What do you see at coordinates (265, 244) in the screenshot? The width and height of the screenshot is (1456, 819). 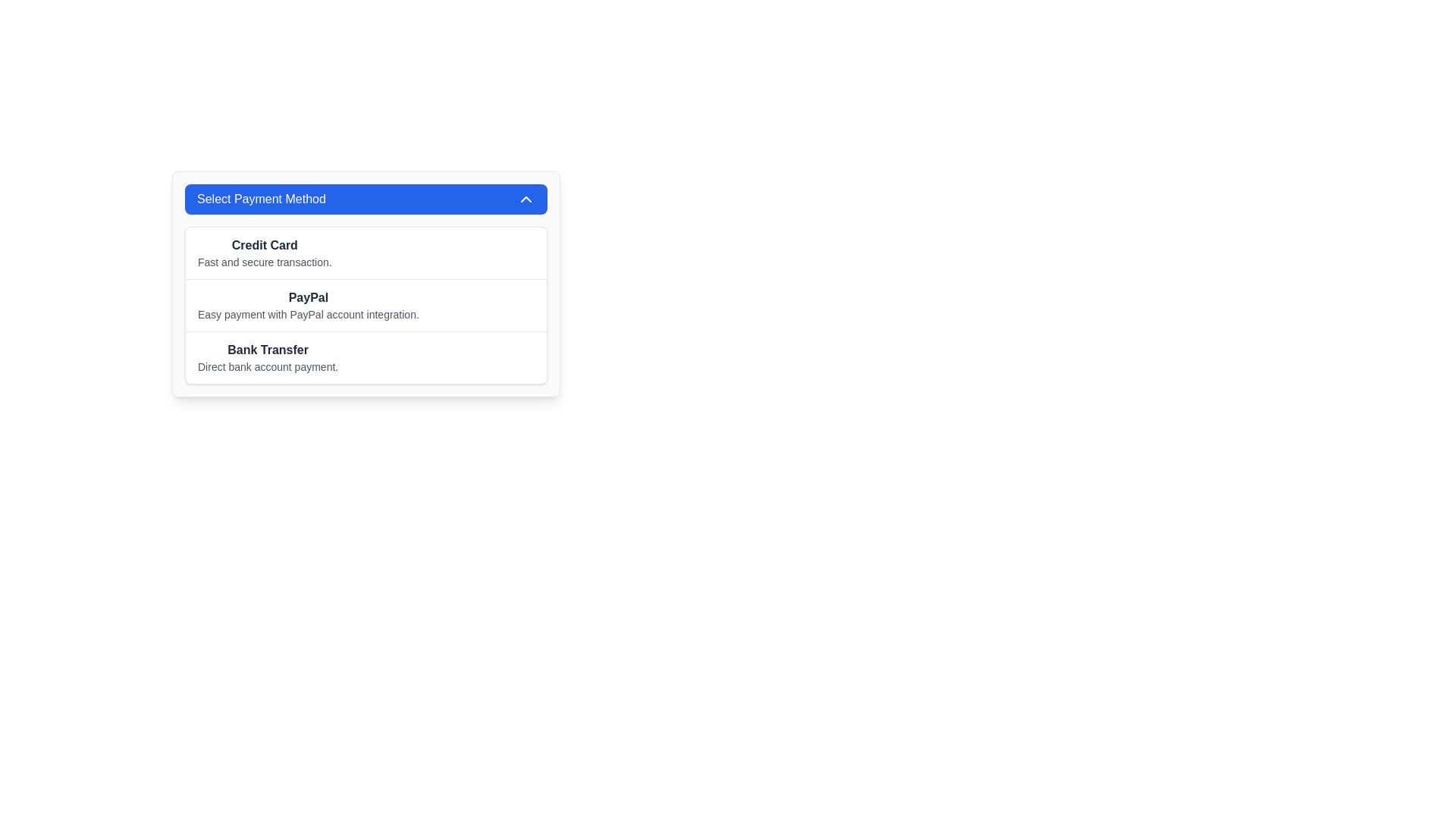 I see `the 'Credit Card' label that identifies the payment method option in the selection interface` at bounding box center [265, 244].